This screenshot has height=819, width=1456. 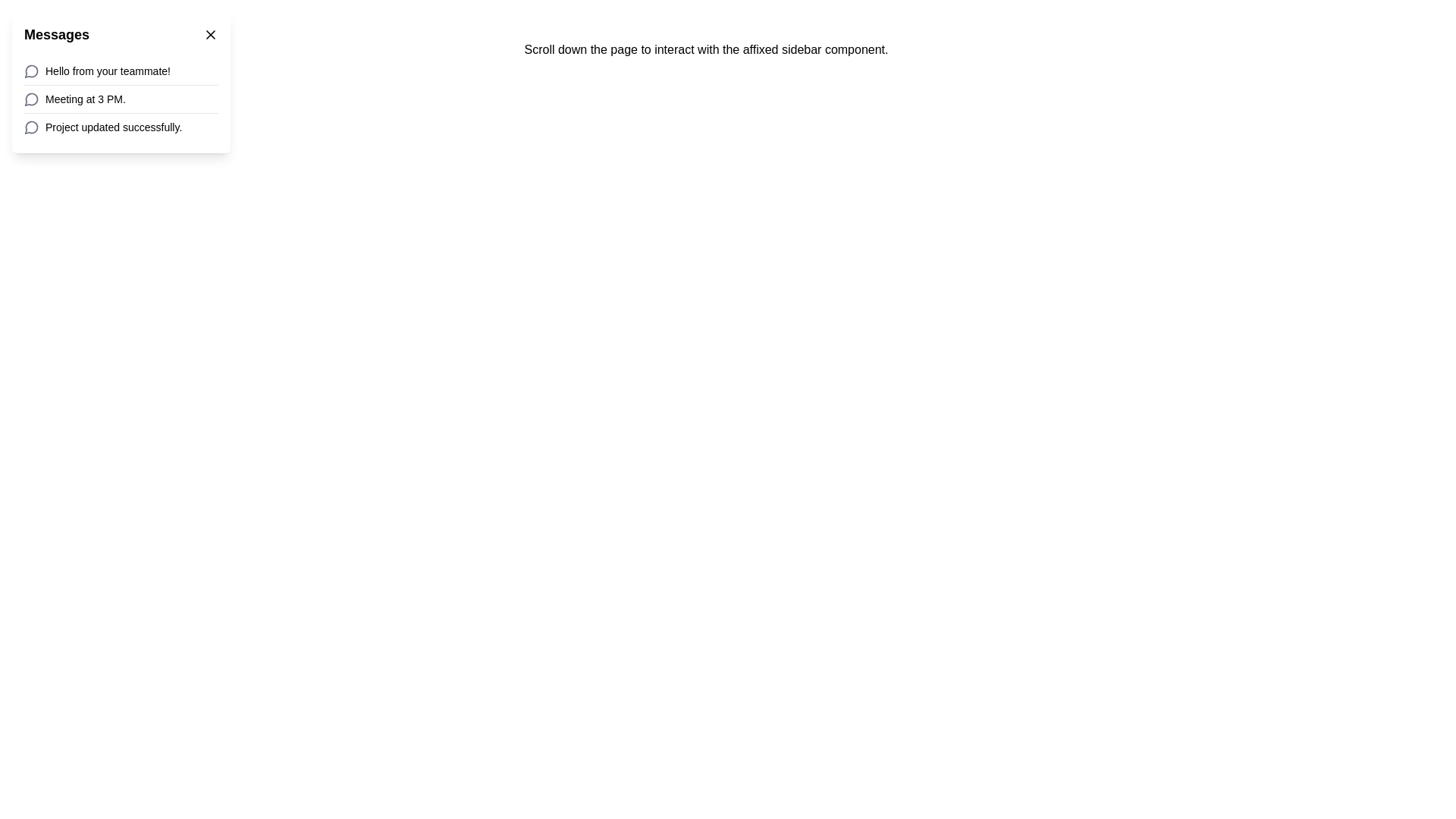 What do you see at coordinates (84, 99) in the screenshot?
I see `text label indicating a scheduled meeting time, which is the second item in the sidebar message list, positioned between 'Hello from your teammate!' and 'Project updated successfully.'` at bounding box center [84, 99].